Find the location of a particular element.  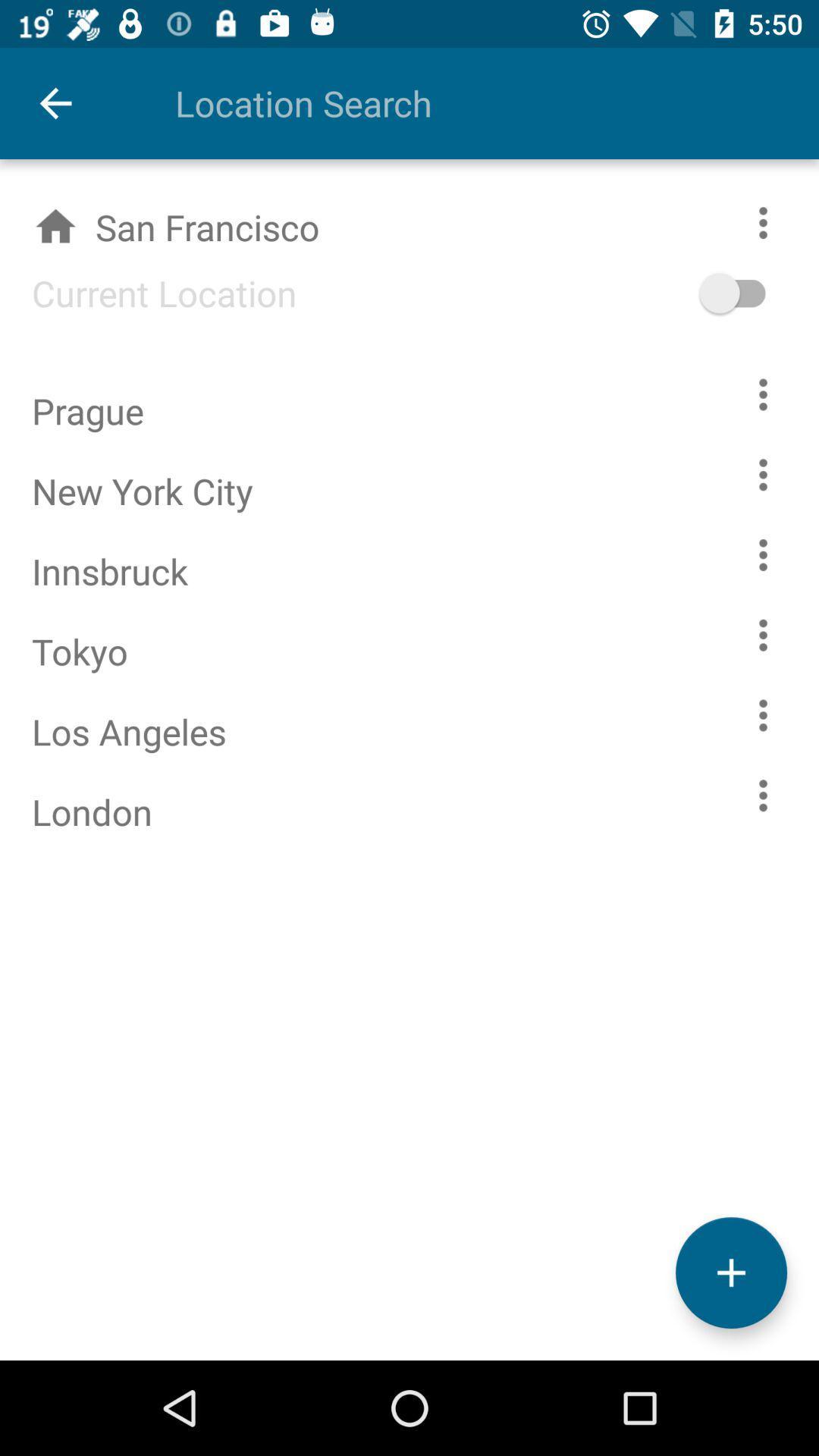

find more options for the innsbruck selection is located at coordinates (763, 554).